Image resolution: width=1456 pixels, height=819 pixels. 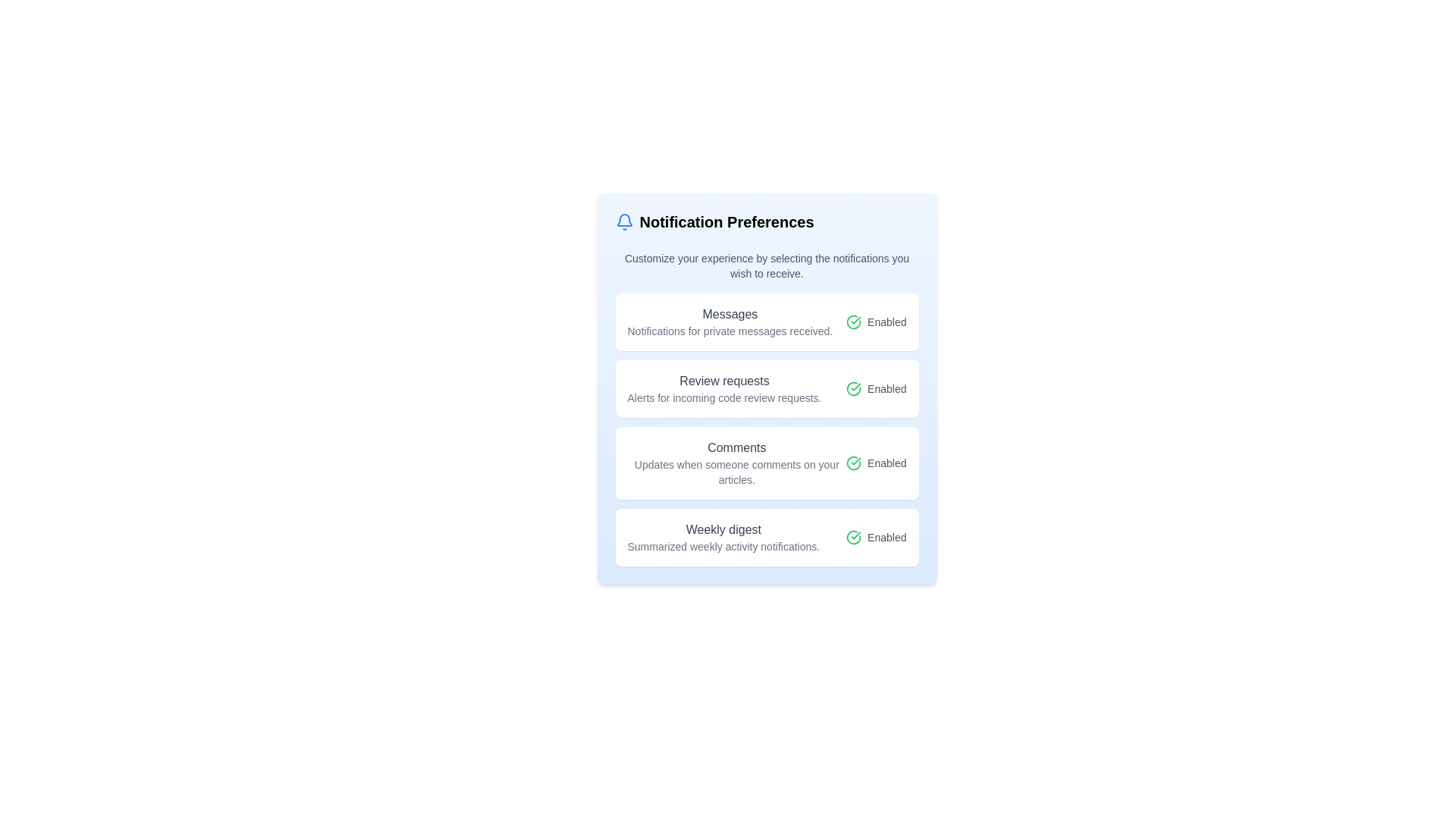 What do you see at coordinates (876, 462) in the screenshot?
I see `the activation status of the Status indicator for the 'Comments' notification preference, located at the right end of the 'Comments' item` at bounding box center [876, 462].